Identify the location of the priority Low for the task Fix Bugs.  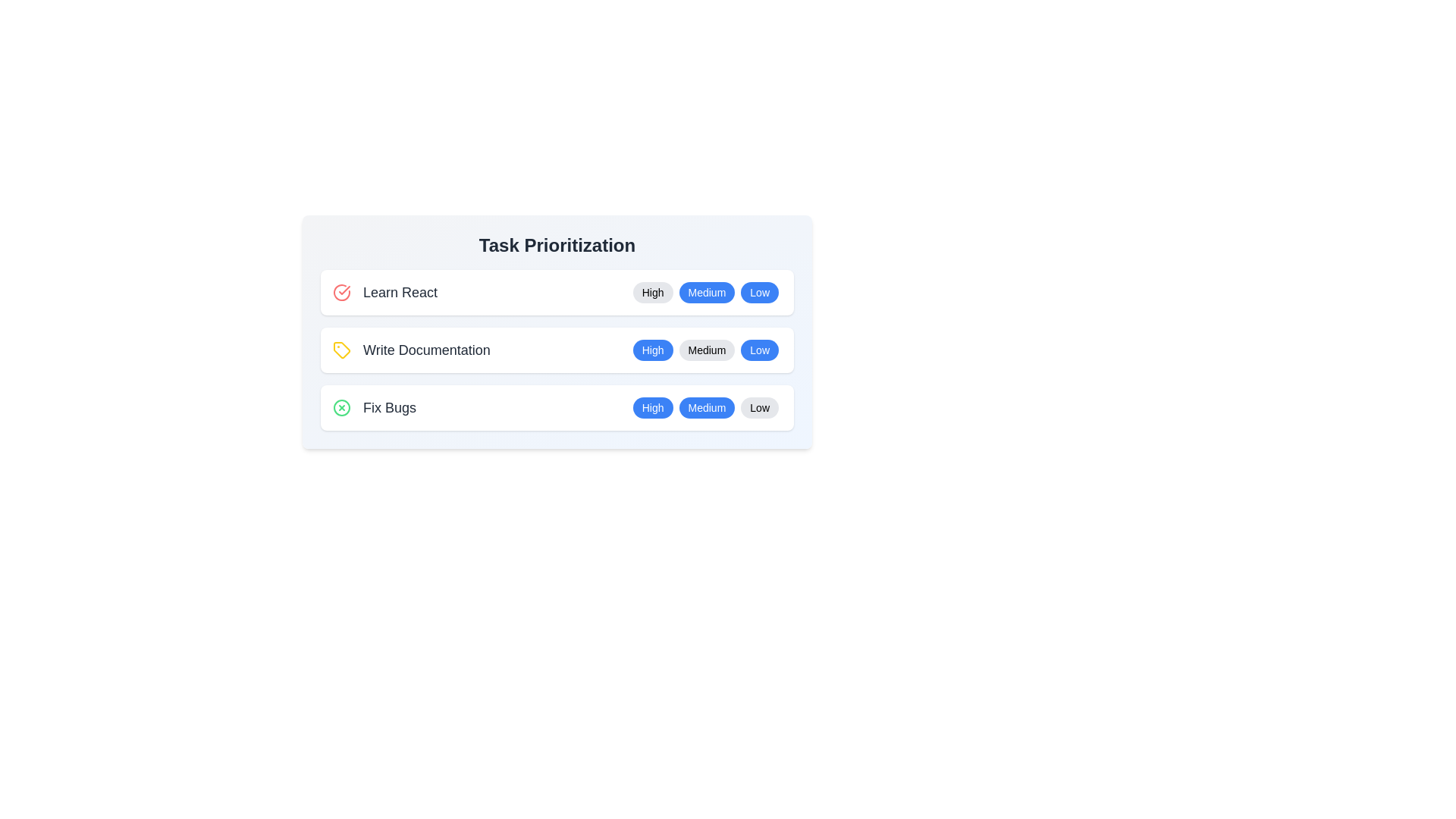
(760, 406).